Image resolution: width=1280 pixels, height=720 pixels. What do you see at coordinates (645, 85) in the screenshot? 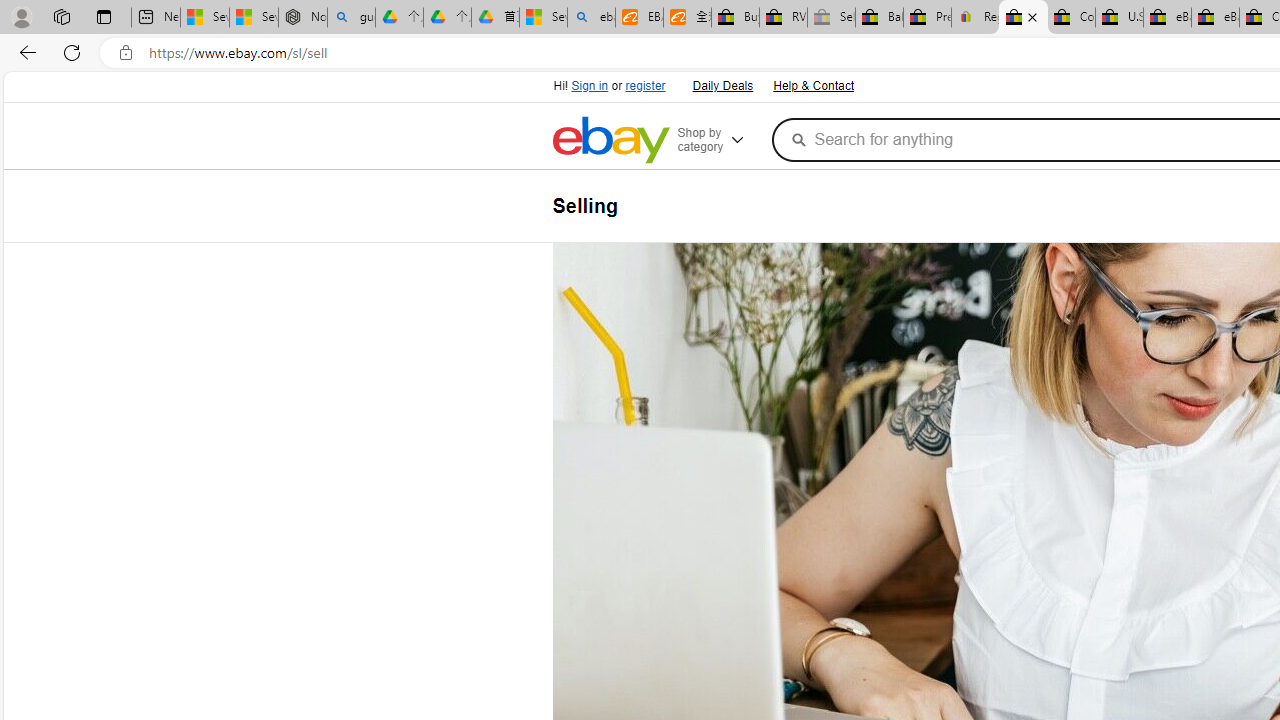
I see `'register'` at bounding box center [645, 85].